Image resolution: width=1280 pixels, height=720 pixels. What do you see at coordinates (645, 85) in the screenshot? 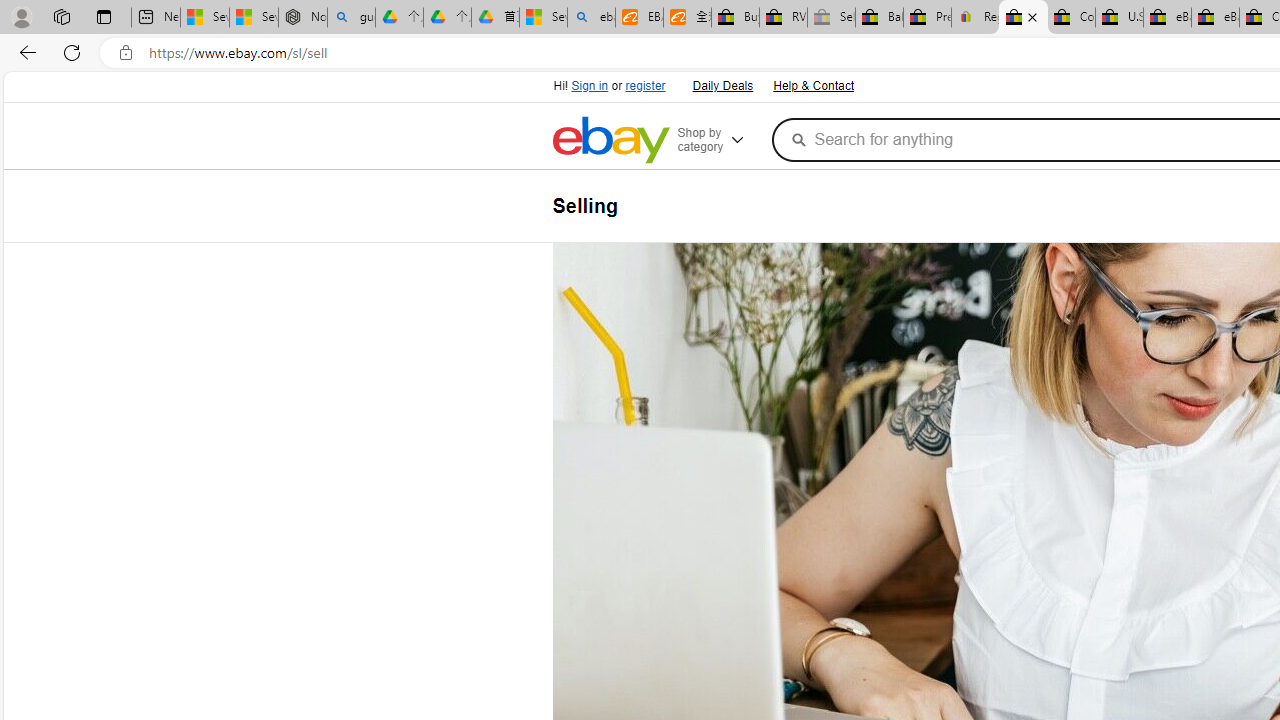
I see `'register'` at bounding box center [645, 85].